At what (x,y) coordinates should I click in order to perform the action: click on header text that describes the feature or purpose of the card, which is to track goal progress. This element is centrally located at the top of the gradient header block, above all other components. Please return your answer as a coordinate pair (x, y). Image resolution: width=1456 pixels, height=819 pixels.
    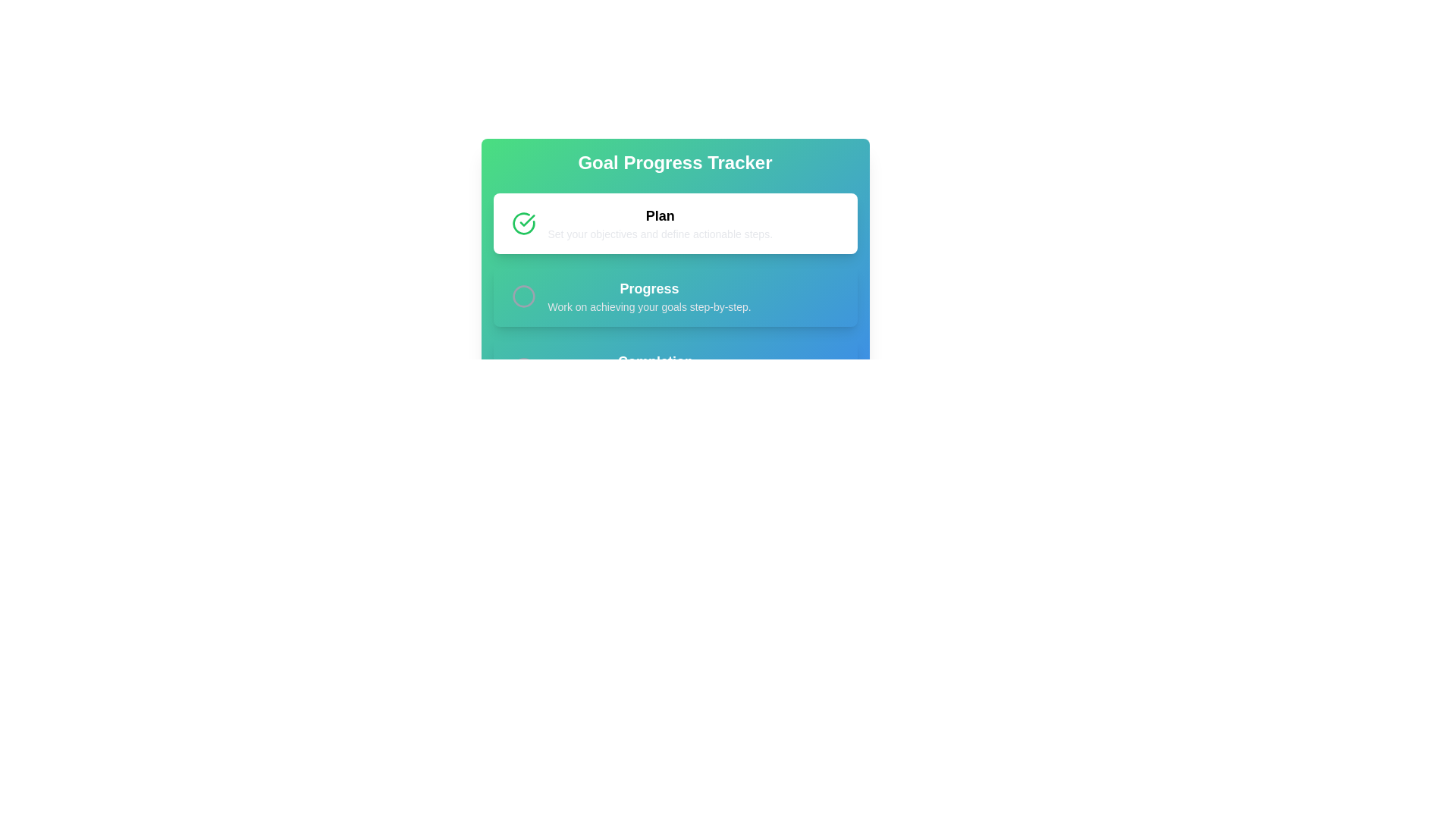
    Looking at the image, I should click on (674, 163).